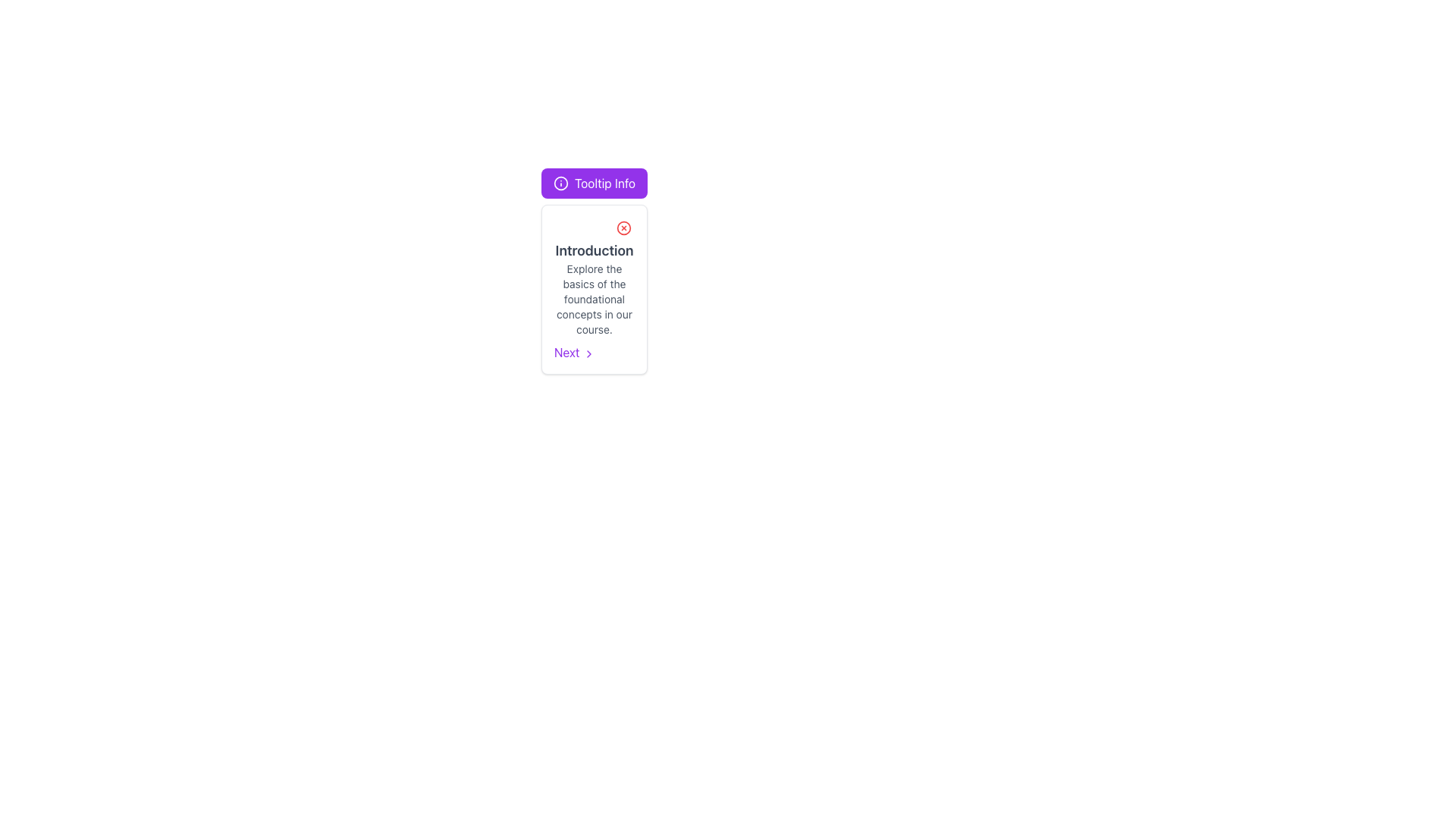 This screenshot has height=819, width=1456. What do you see at coordinates (624, 227) in the screenshot?
I see `the SVG Circle icon located at the center of the dismiss icon in the top portion of the 'Introduction' card` at bounding box center [624, 227].